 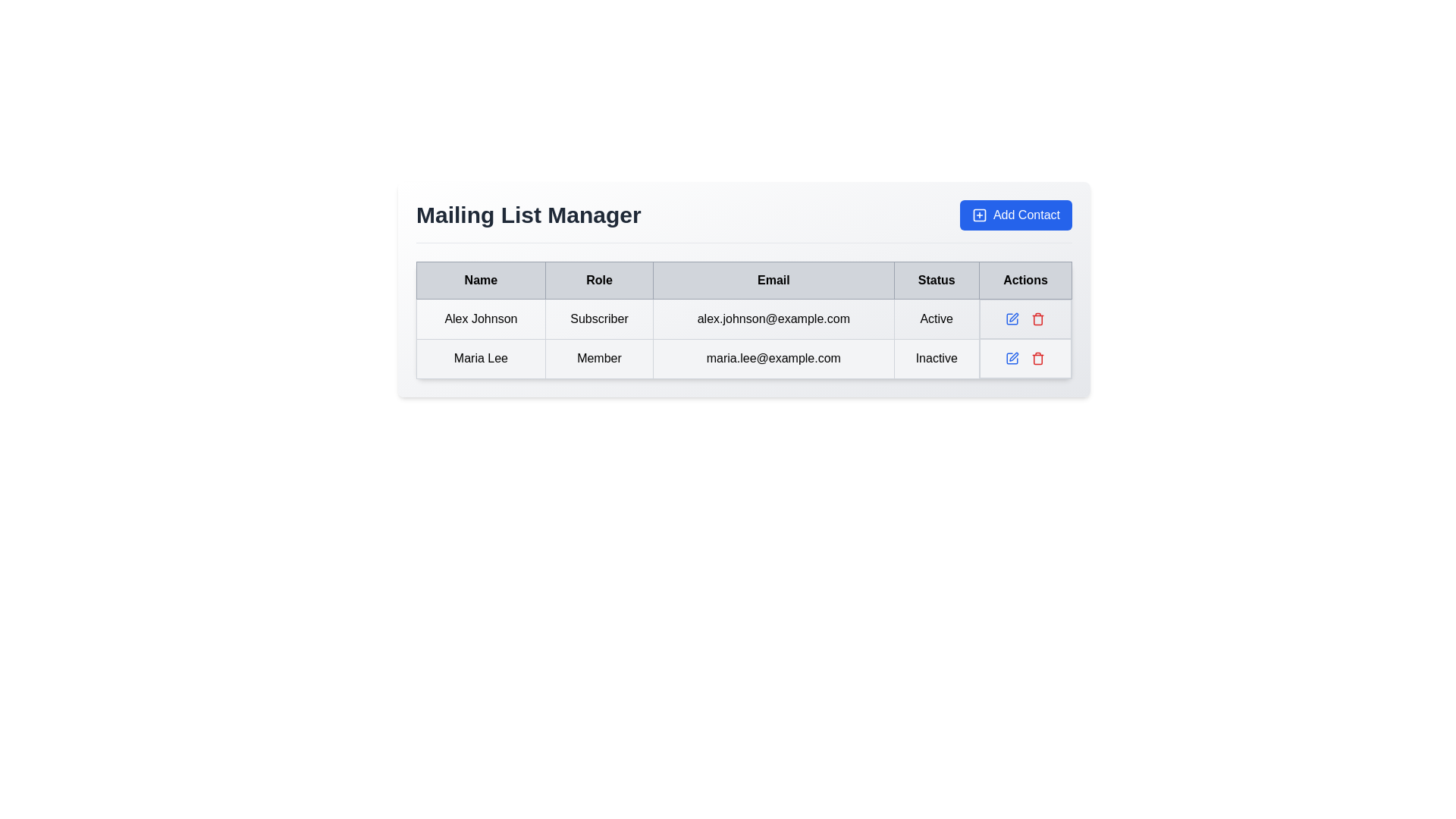 I want to click on the displayed text 'Alex Johnson' in the bordered text cell located in the first row and first column of the table under the 'Name' column header, so click(x=480, y=318).